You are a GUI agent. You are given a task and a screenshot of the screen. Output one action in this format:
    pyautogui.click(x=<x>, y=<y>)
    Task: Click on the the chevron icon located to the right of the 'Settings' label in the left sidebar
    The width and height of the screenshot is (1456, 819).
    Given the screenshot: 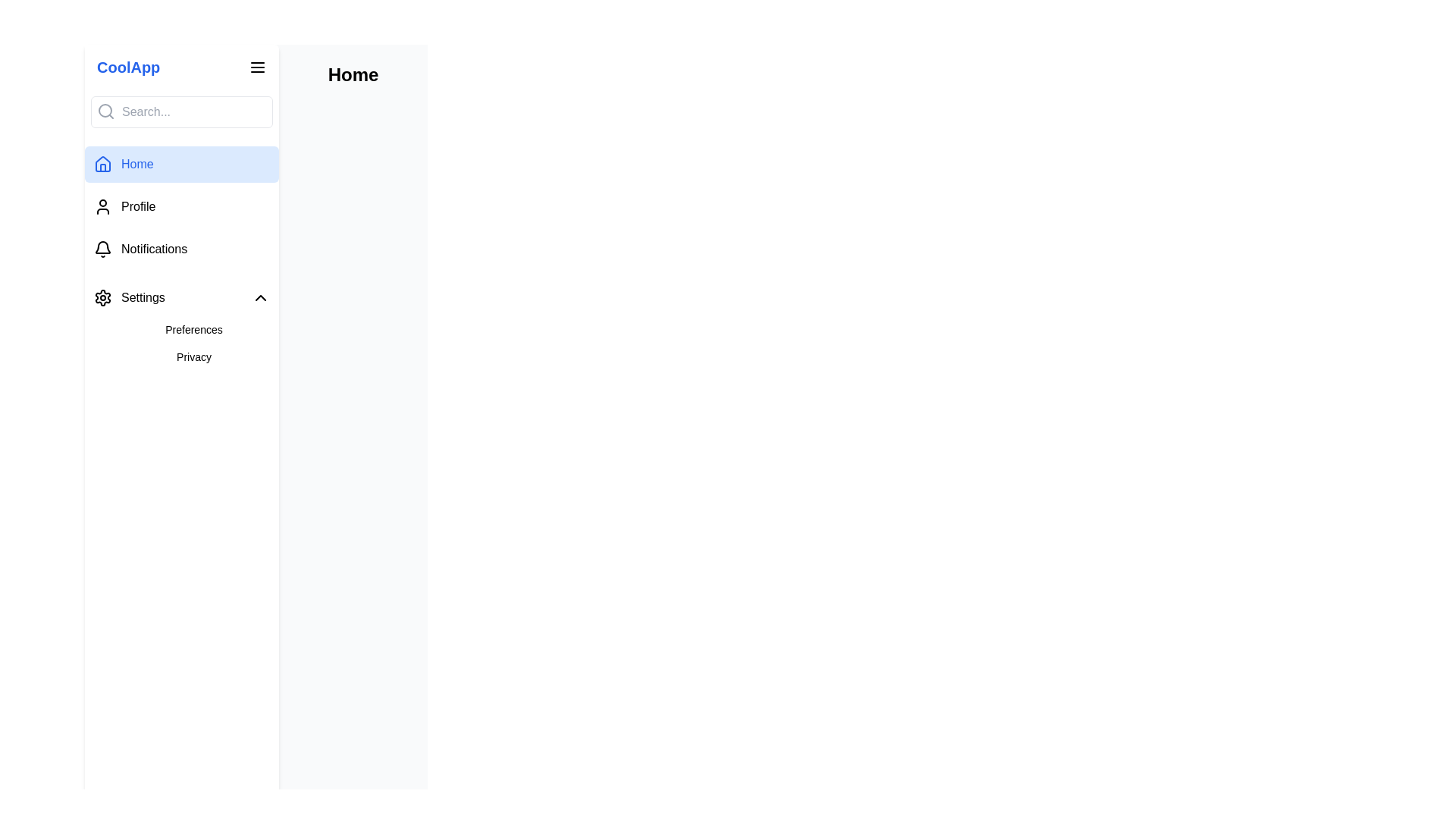 What is the action you would take?
    pyautogui.click(x=261, y=298)
    